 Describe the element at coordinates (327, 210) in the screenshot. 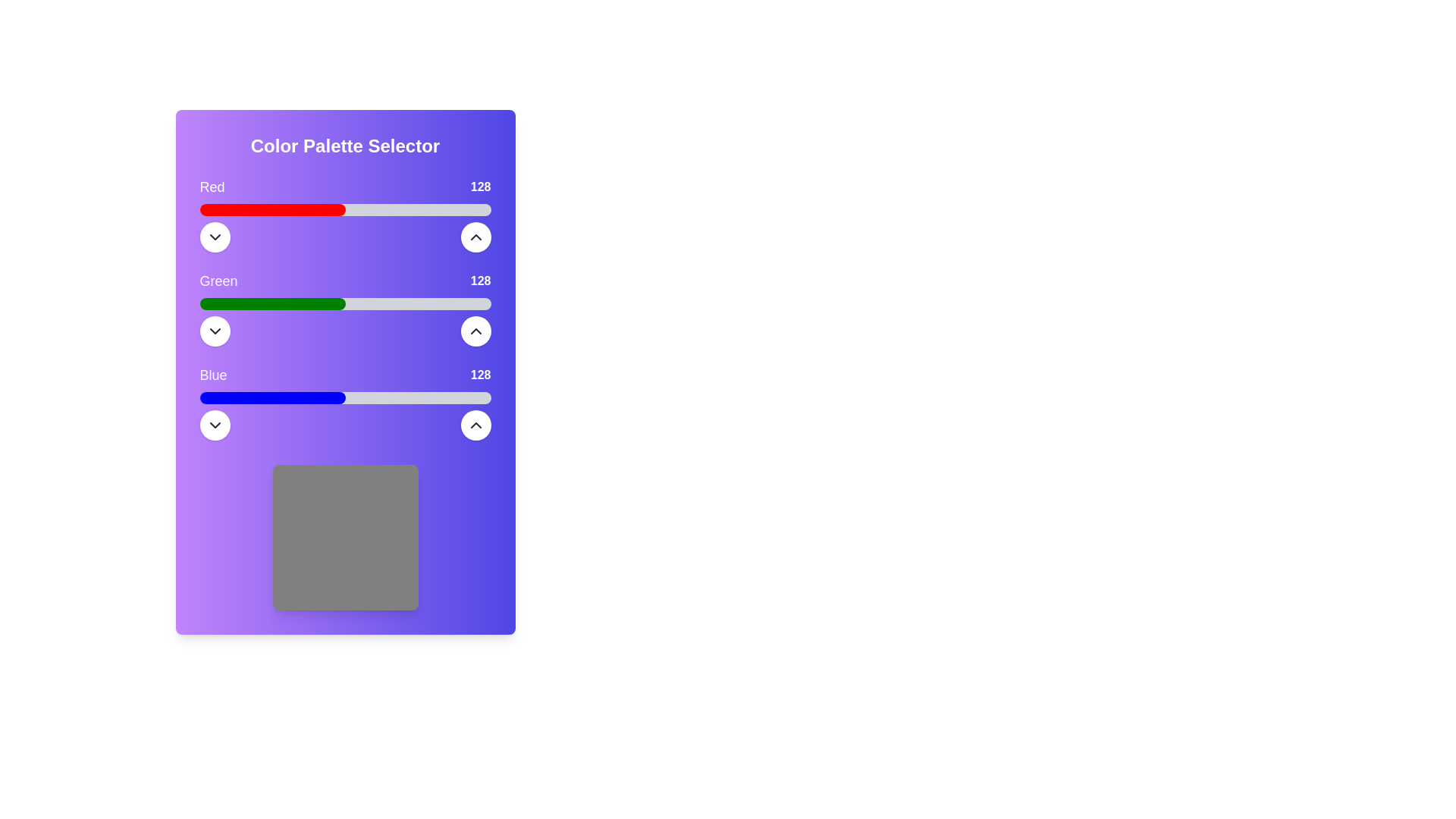

I see `the red intensity` at that location.